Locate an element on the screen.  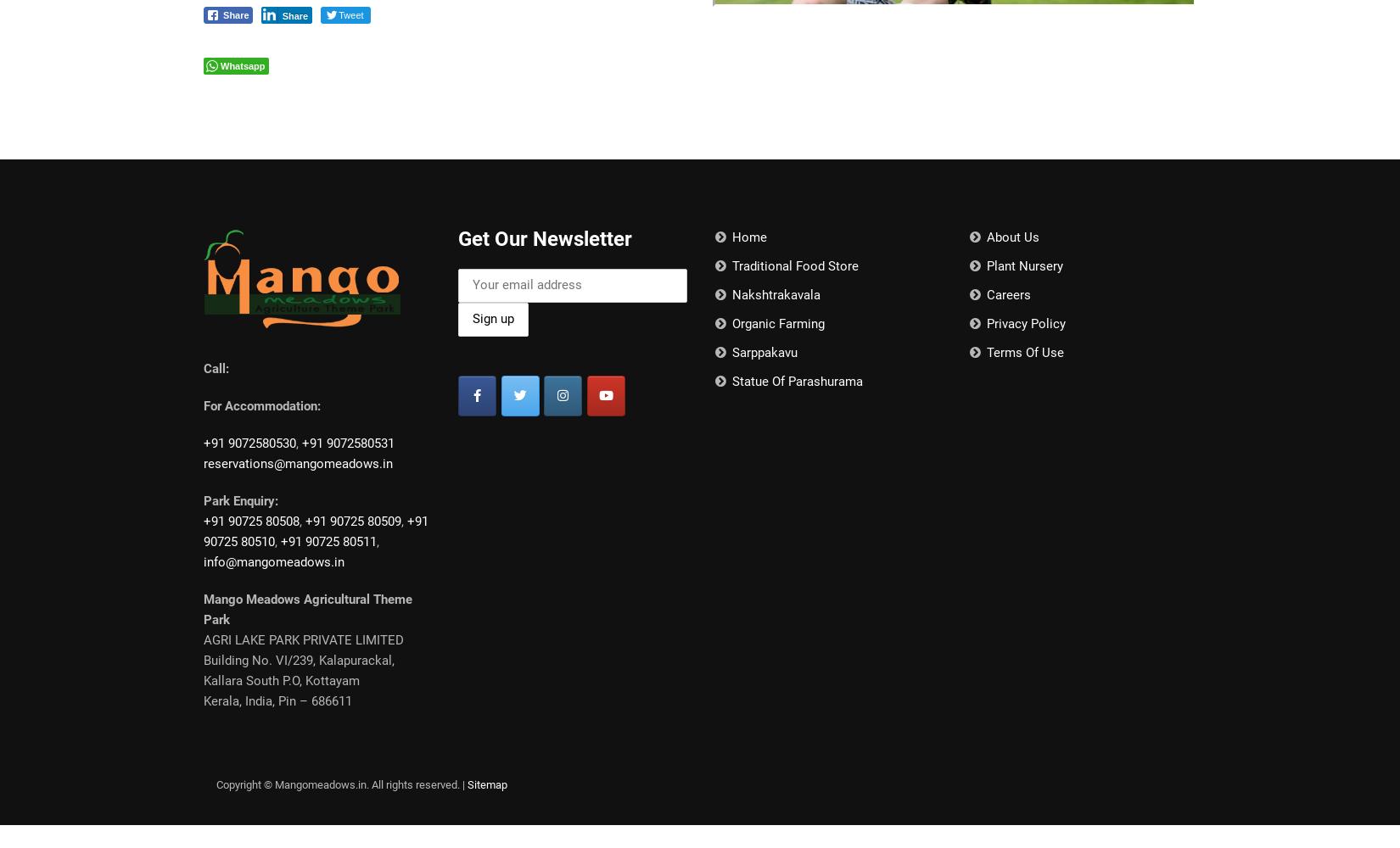
'Accommodation:' is located at coordinates (272, 405).